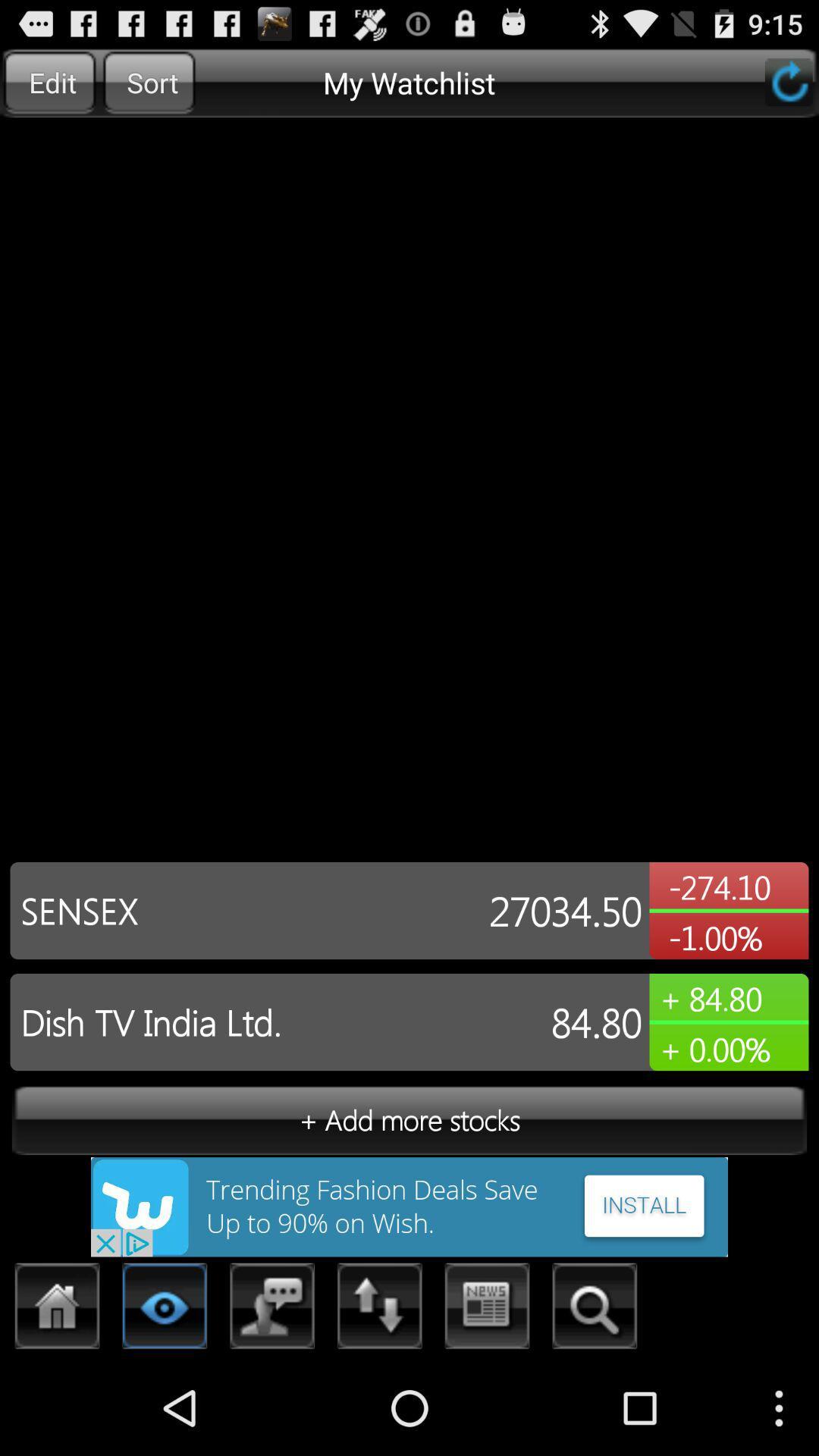  What do you see at coordinates (165, 1401) in the screenshot?
I see `the visibility icon` at bounding box center [165, 1401].